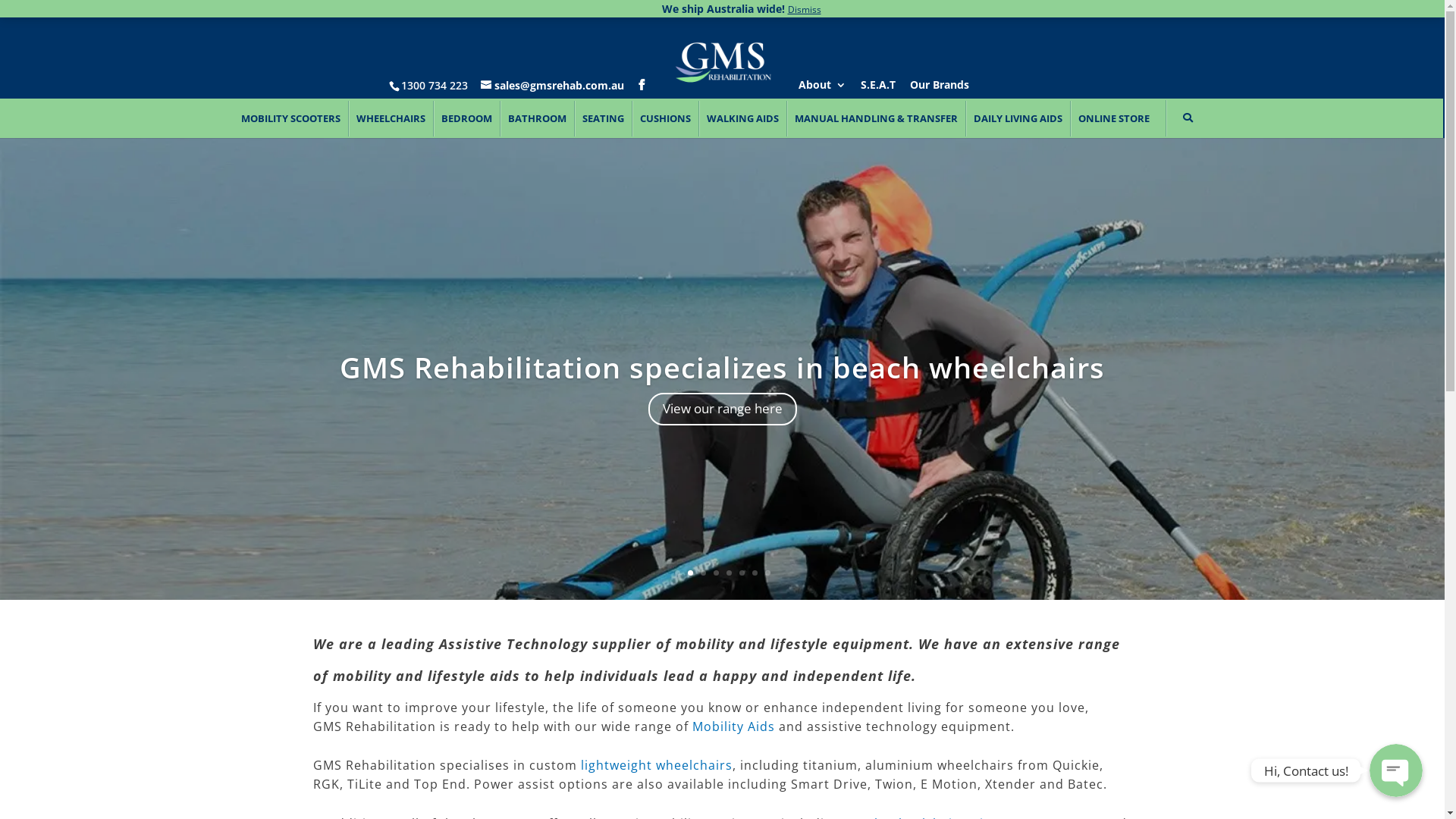 Image resolution: width=1456 pixels, height=819 pixels. Describe the element at coordinates (742, 118) in the screenshot. I see `'WALKING AIDS'` at that location.